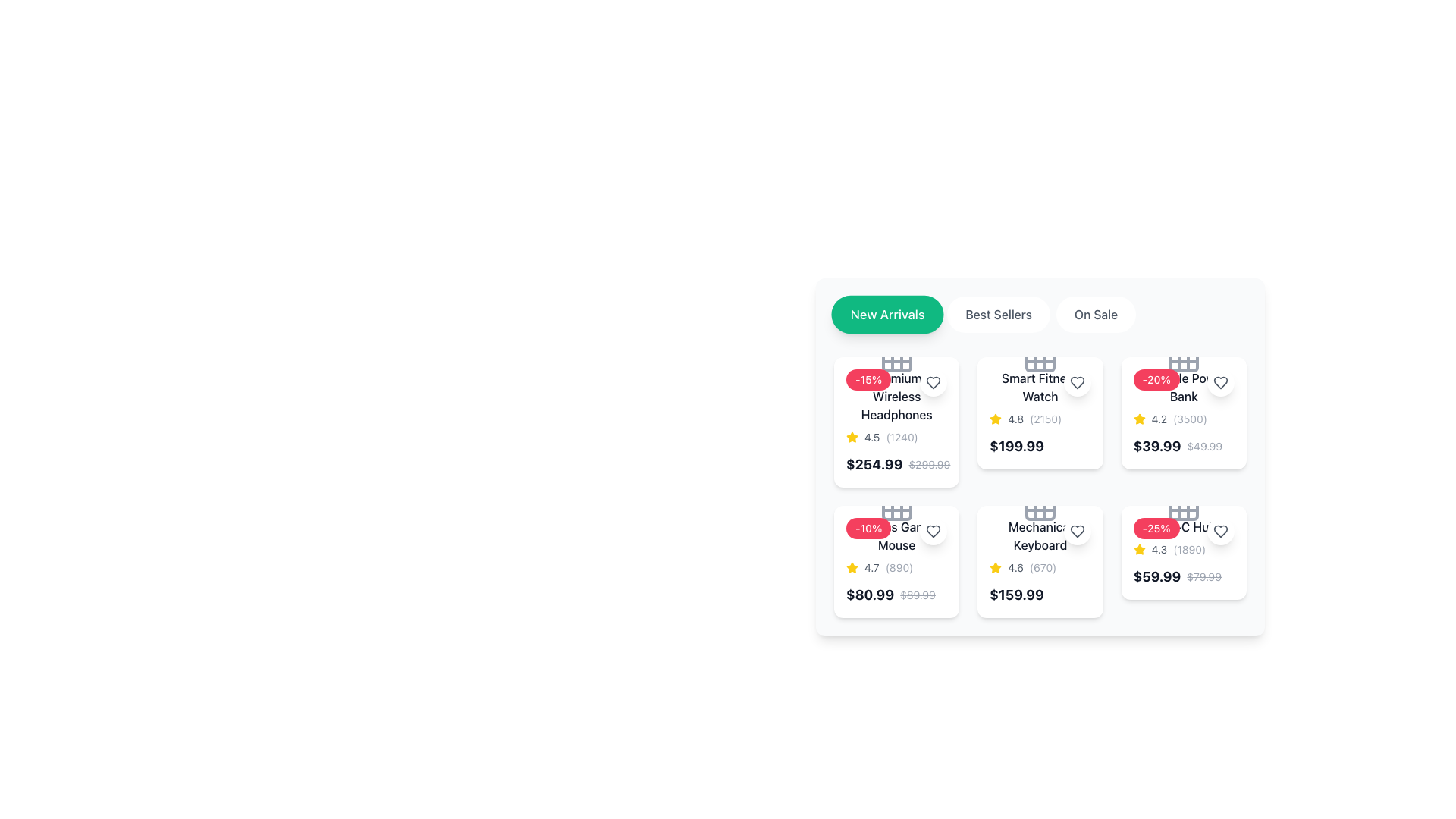 The image size is (1456, 819). I want to click on the static text element displaying the original price, which is positioned above and to the right of the current price '$59.99' in the lower-right product card, so click(1203, 576).